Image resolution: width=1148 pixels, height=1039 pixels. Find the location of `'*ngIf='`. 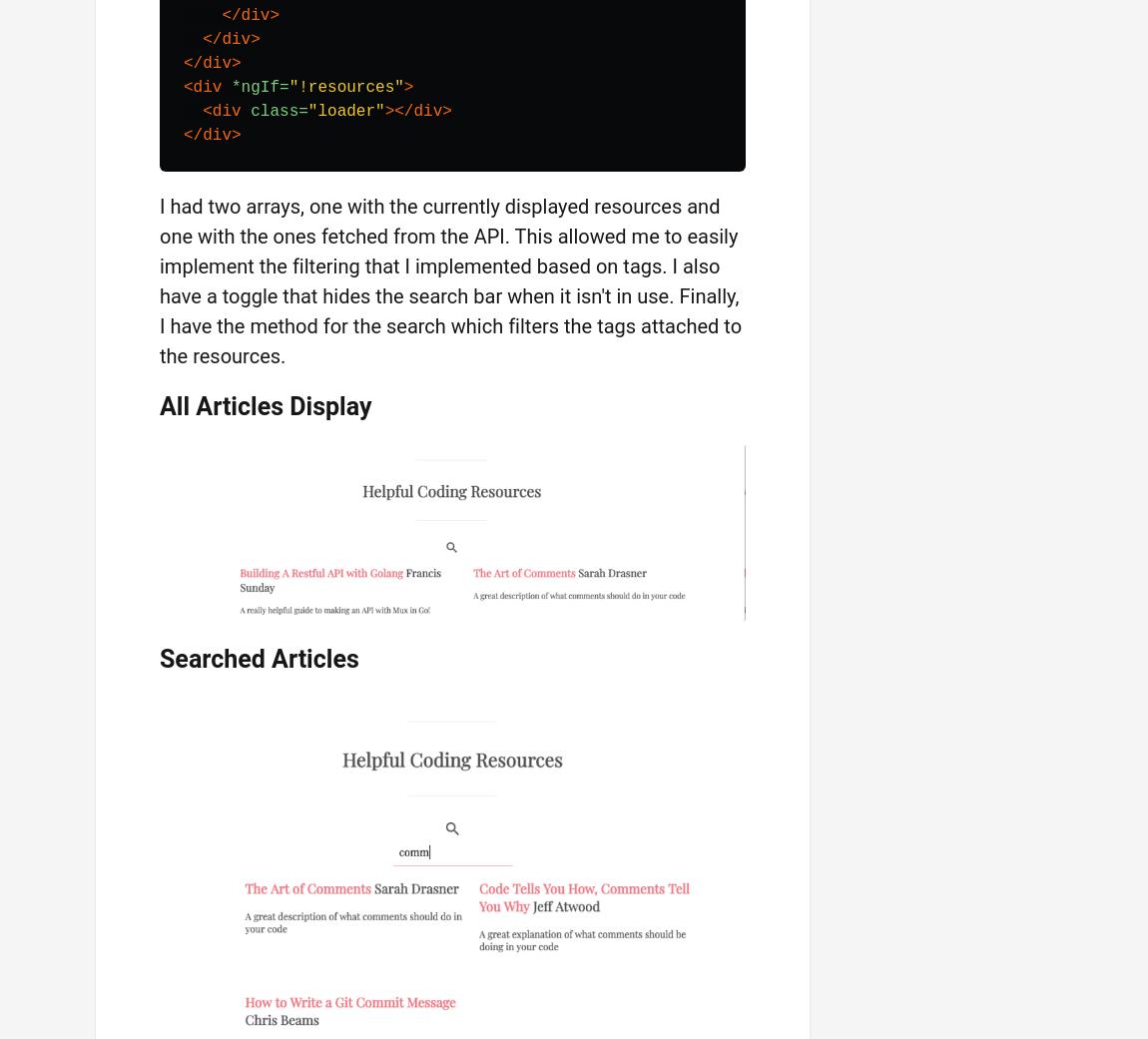

'*ngIf=' is located at coordinates (259, 86).